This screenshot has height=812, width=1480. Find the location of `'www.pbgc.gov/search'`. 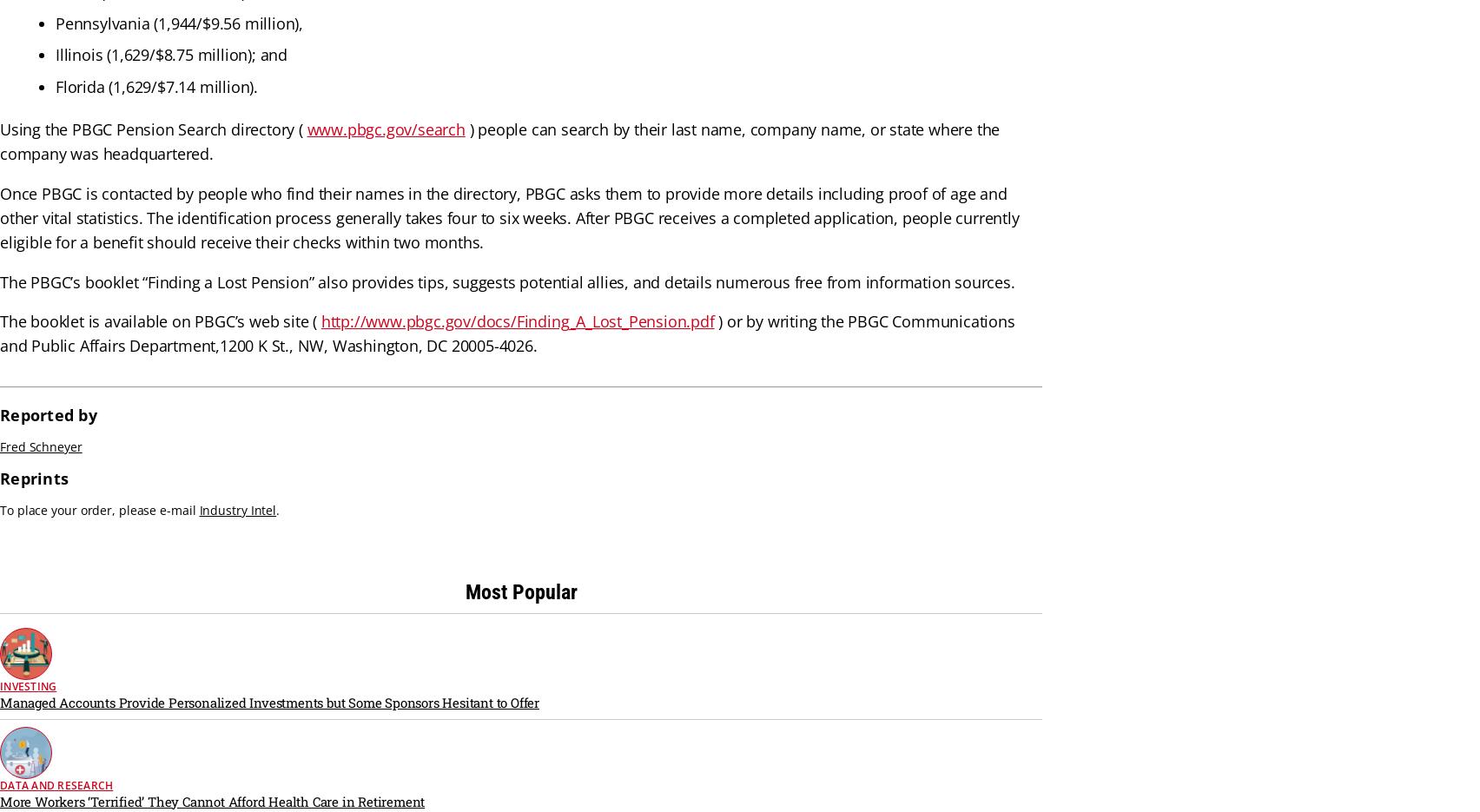

'www.pbgc.gov/search' is located at coordinates (386, 129).